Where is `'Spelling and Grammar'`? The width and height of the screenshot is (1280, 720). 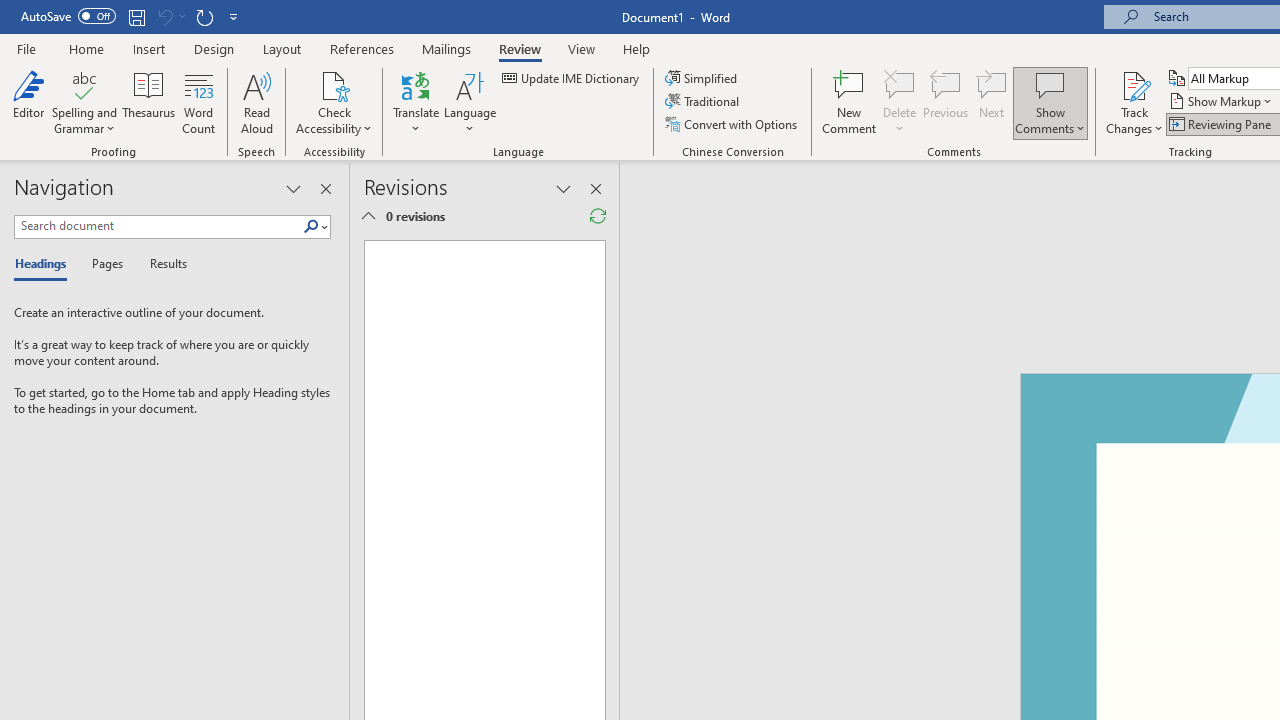 'Spelling and Grammar' is located at coordinates (84, 84).